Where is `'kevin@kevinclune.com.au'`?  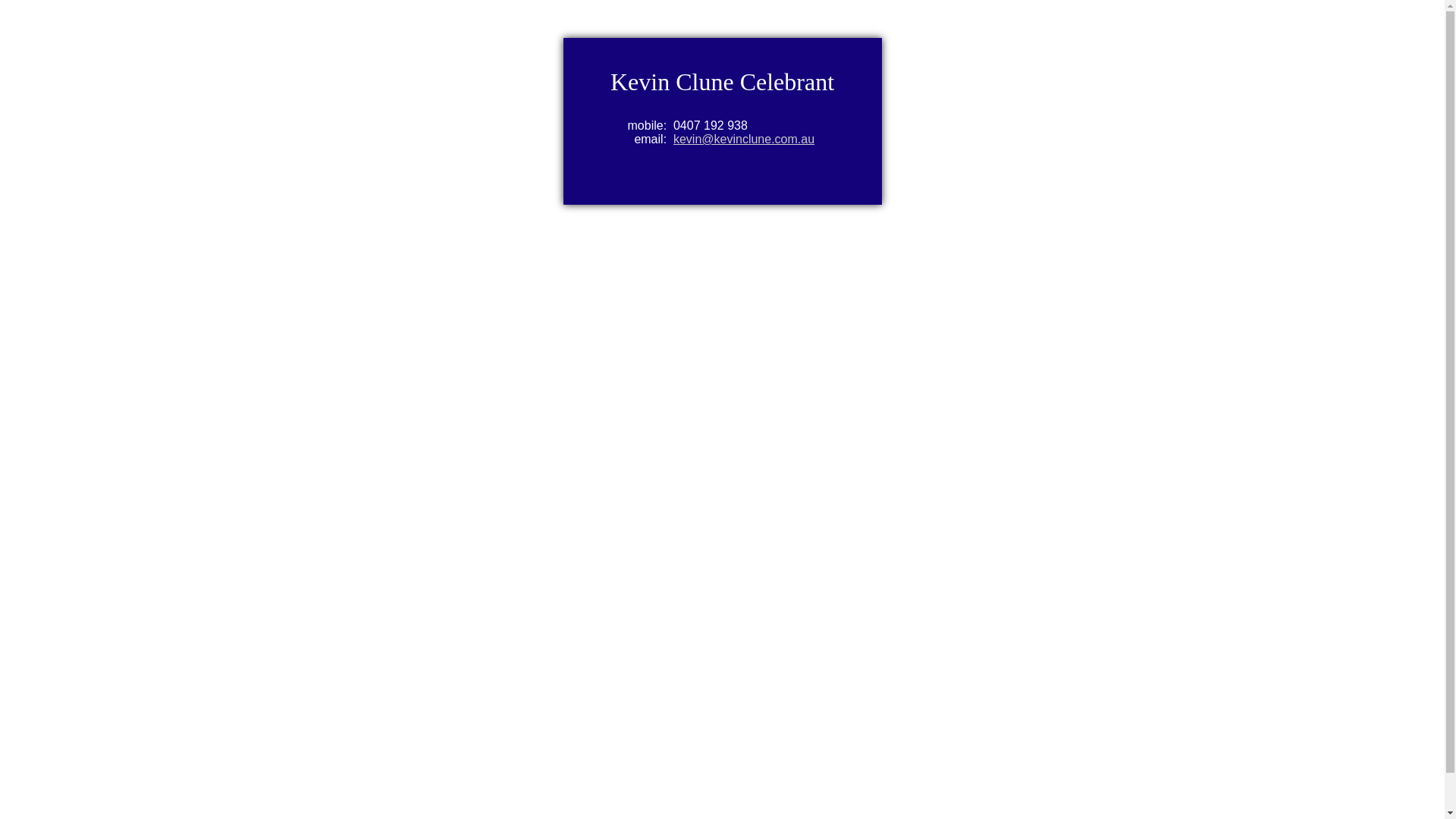
'kevin@kevinclune.com.au' is located at coordinates (673, 139).